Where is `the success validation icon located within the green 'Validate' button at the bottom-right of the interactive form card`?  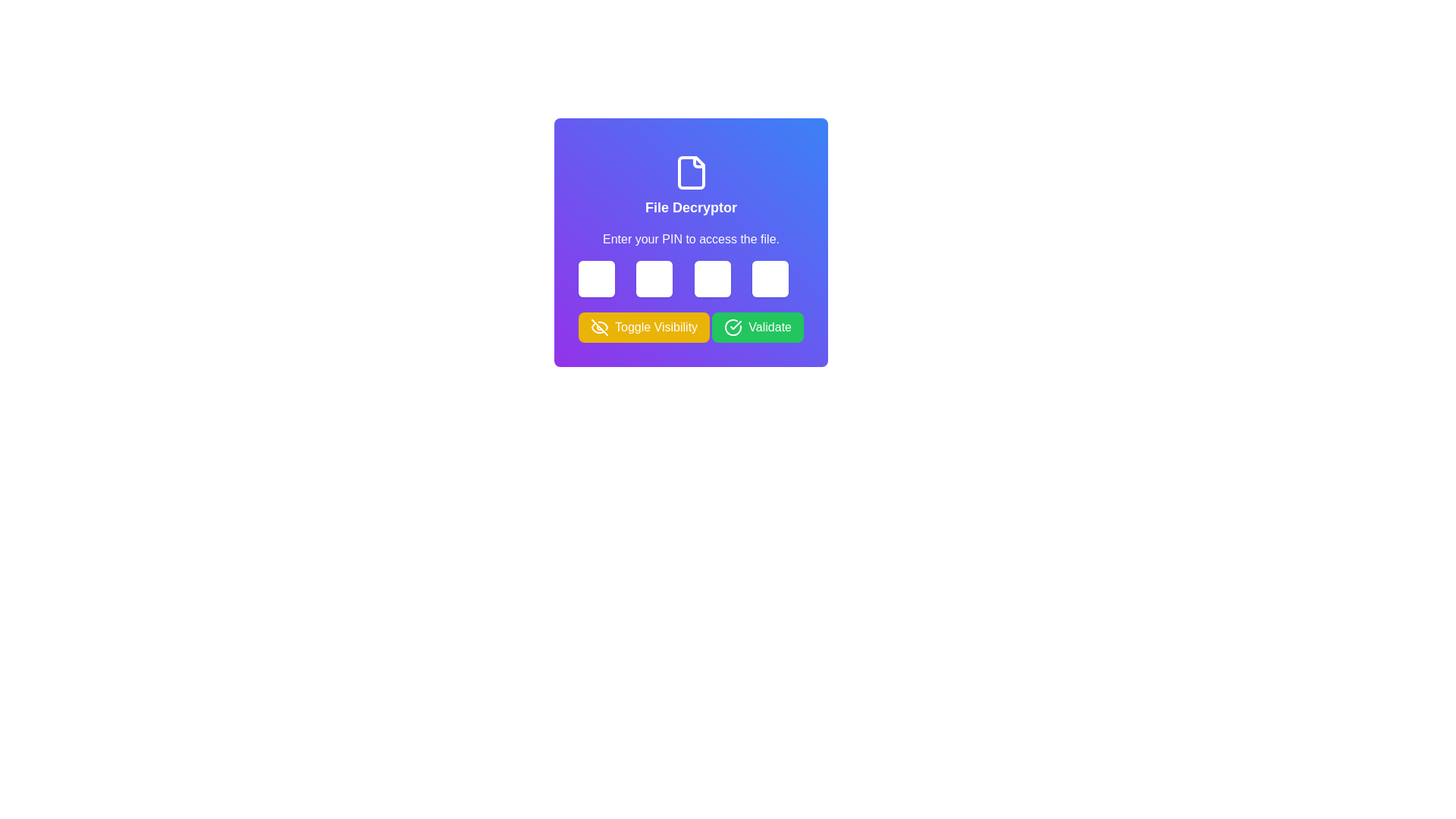 the success validation icon located within the green 'Validate' button at the bottom-right of the interactive form card is located at coordinates (736, 324).